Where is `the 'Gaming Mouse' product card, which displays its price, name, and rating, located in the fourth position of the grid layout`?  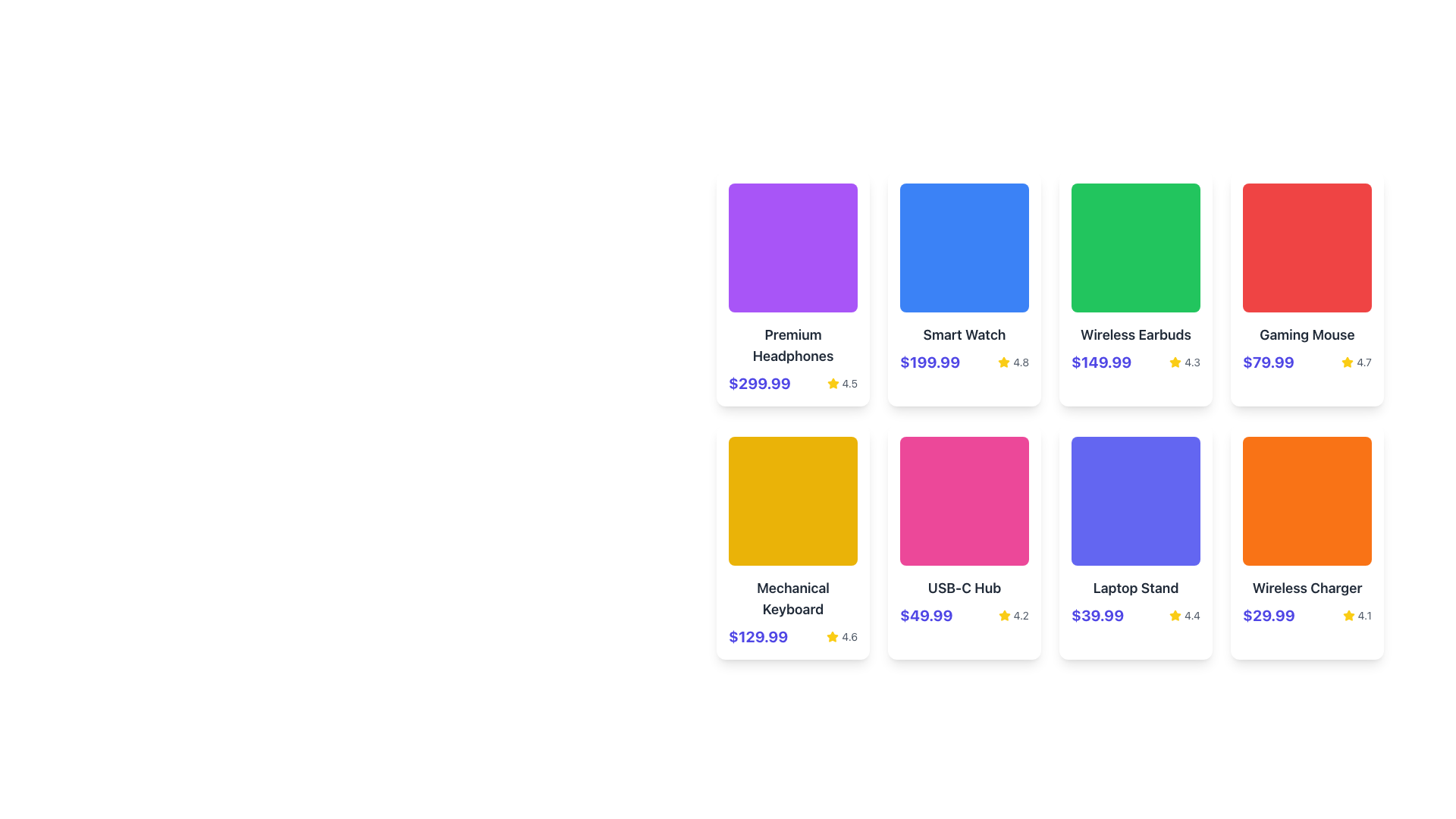 the 'Gaming Mouse' product card, which displays its price, name, and rating, located in the fourth position of the grid layout is located at coordinates (1306, 289).